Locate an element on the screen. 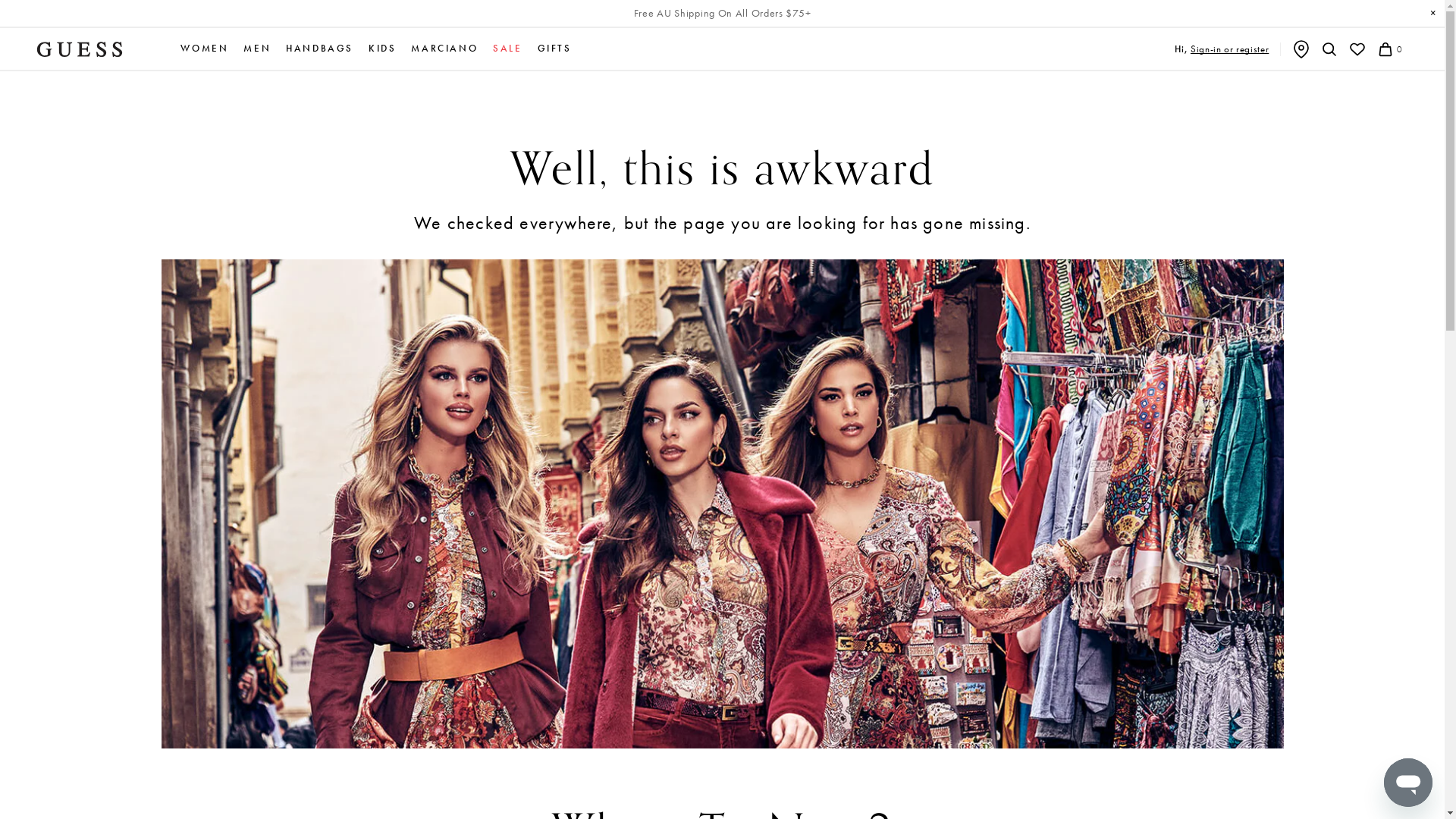 The image size is (1456, 819). '0' is located at coordinates (1389, 49).